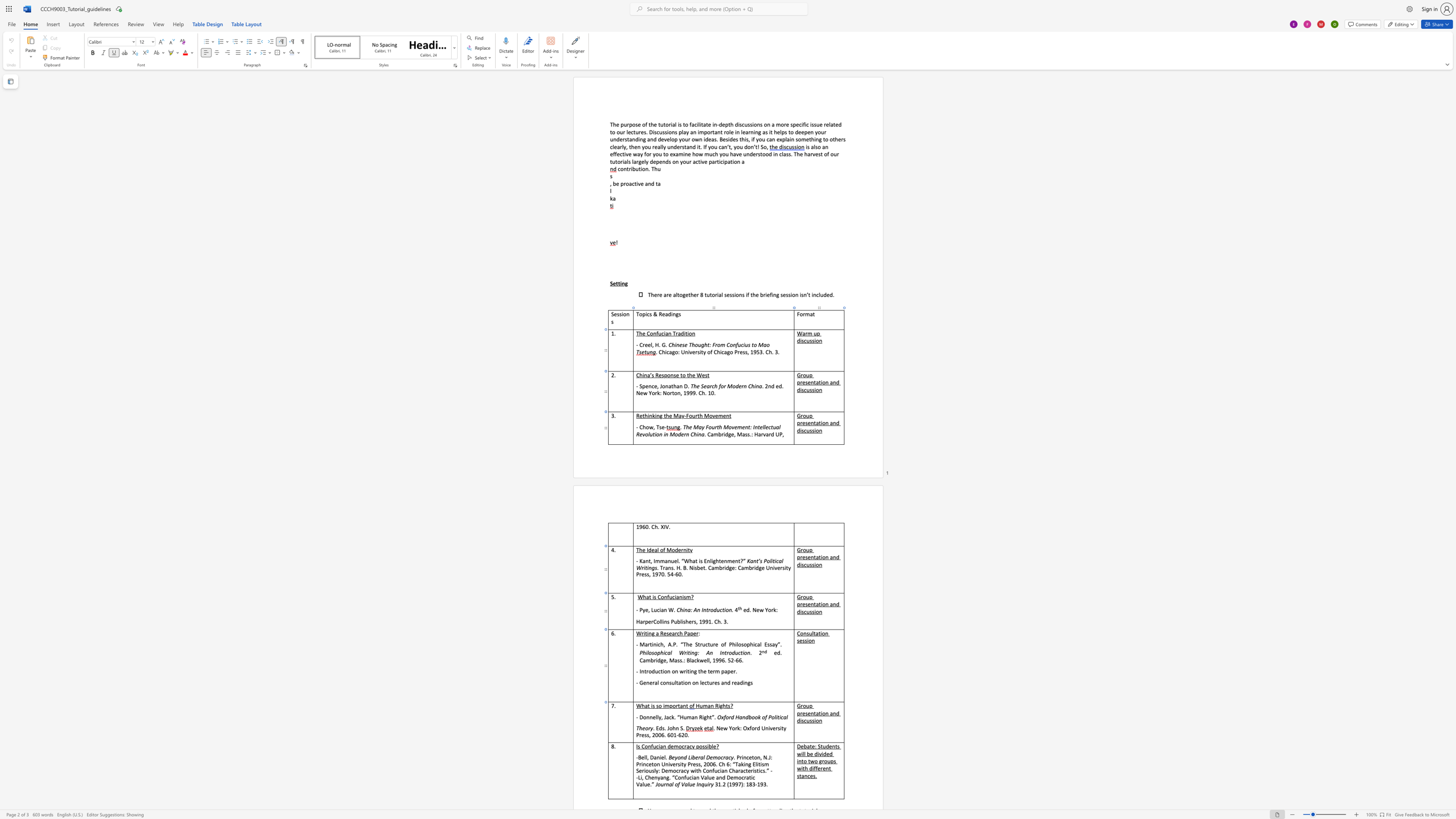 This screenshot has width=1456, height=819. Describe the element at coordinates (677, 660) in the screenshot. I see `the space between the continuous character "a" and "s" in the text` at that location.